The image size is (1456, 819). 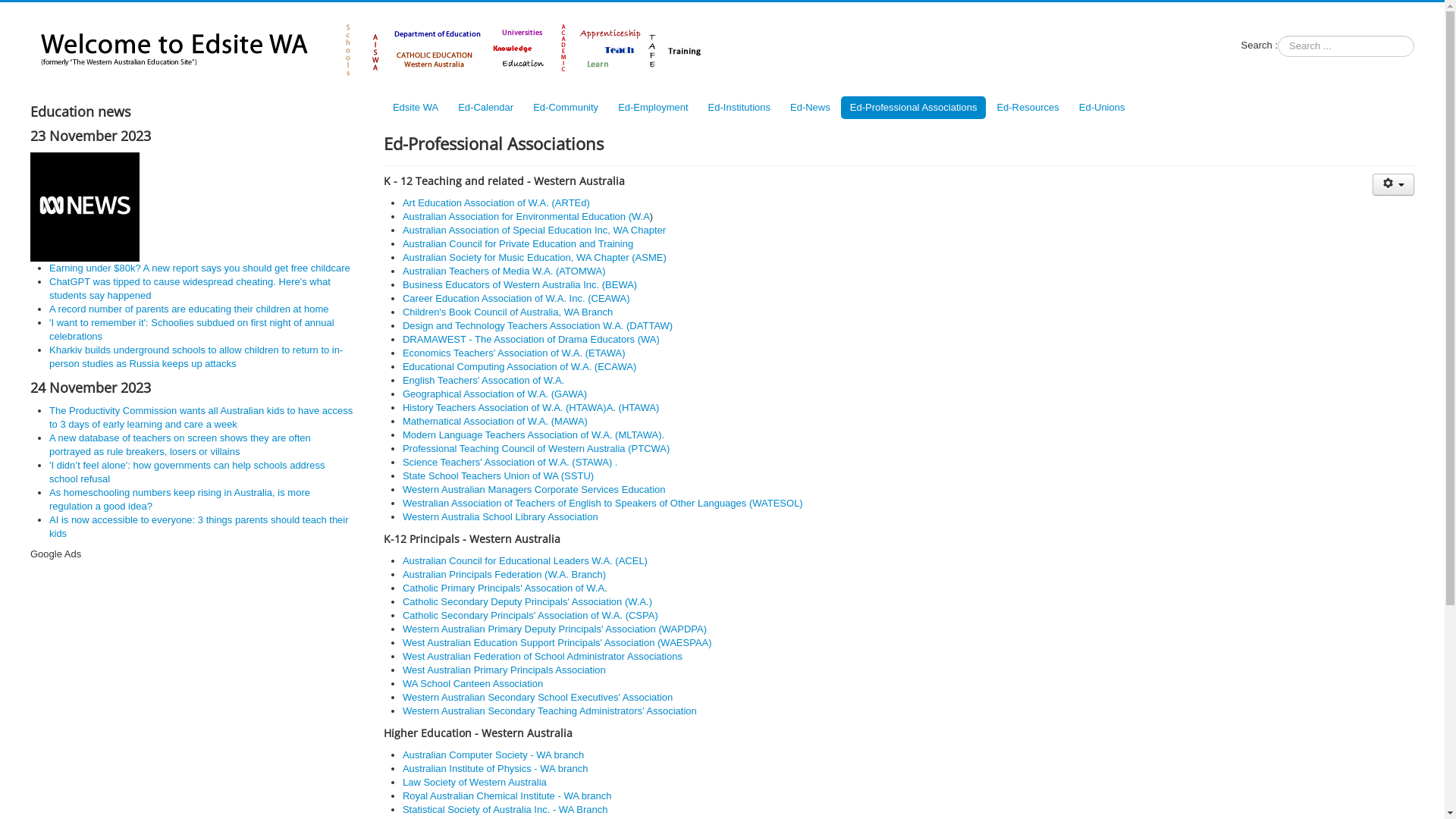 What do you see at coordinates (473, 782) in the screenshot?
I see `'Law Society of Western Australia'` at bounding box center [473, 782].